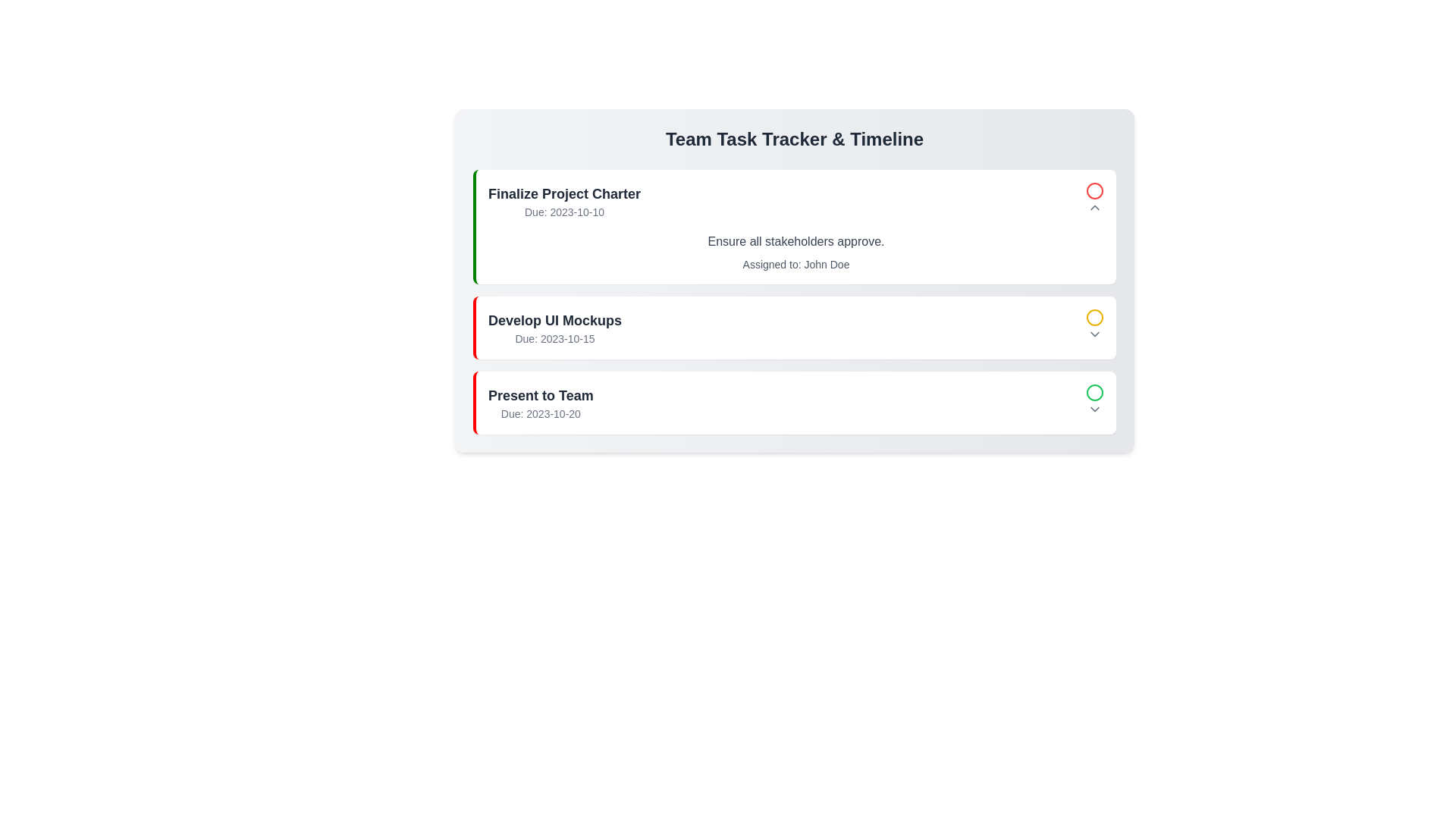 This screenshot has height=819, width=1456. I want to click on the text label reading 'Due: 2023-10-10', located below the heading 'Finalize Project Charter', so click(563, 212).